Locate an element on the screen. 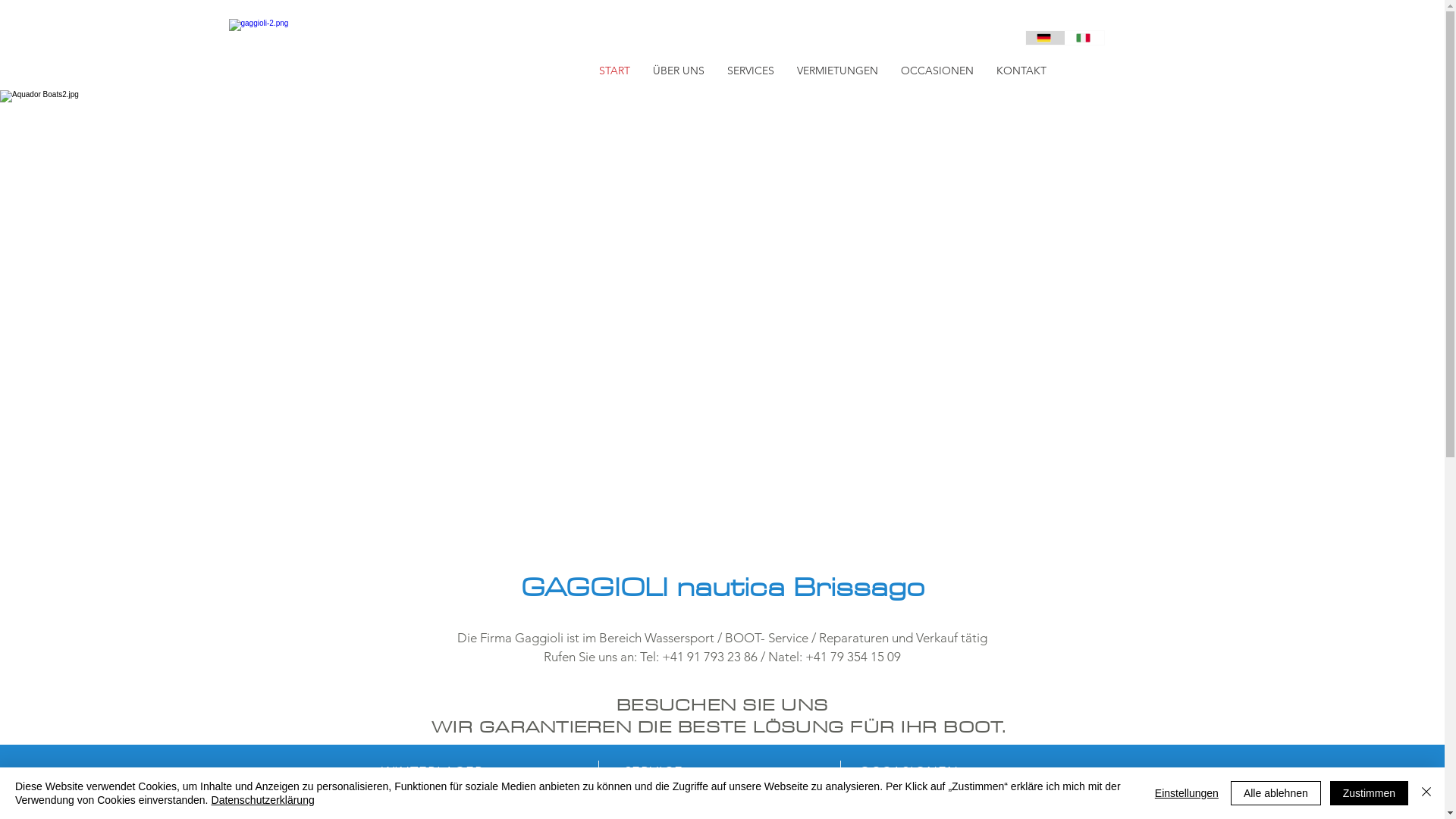 This screenshot has width=1456, height=819. 'WINTERLAGER' is located at coordinates (381, 772).